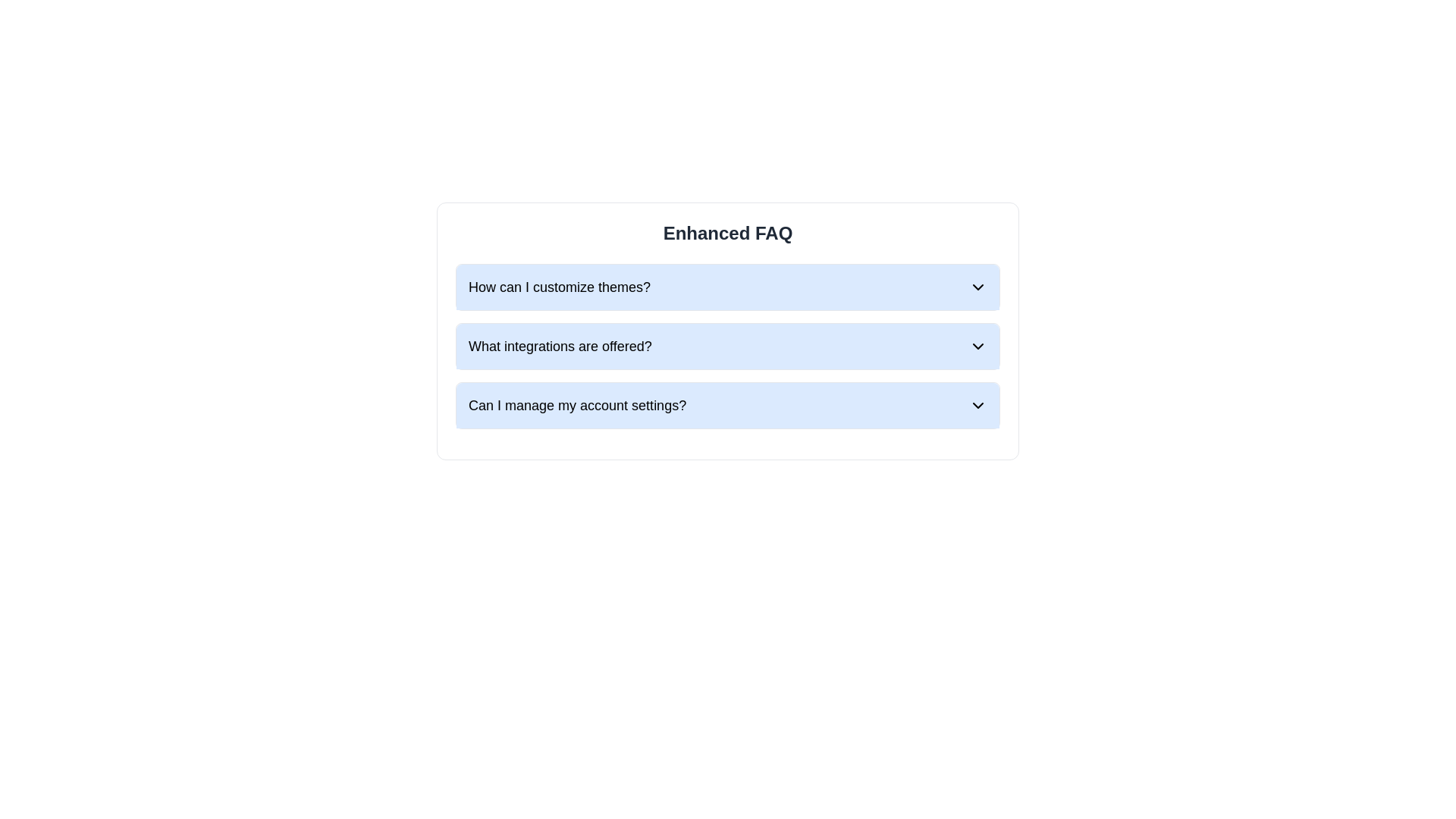 This screenshot has width=1456, height=819. Describe the element at coordinates (559, 346) in the screenshot. I see `the title text for the second item in the FAQ section that indicates the topic of integrations offered` at that location.